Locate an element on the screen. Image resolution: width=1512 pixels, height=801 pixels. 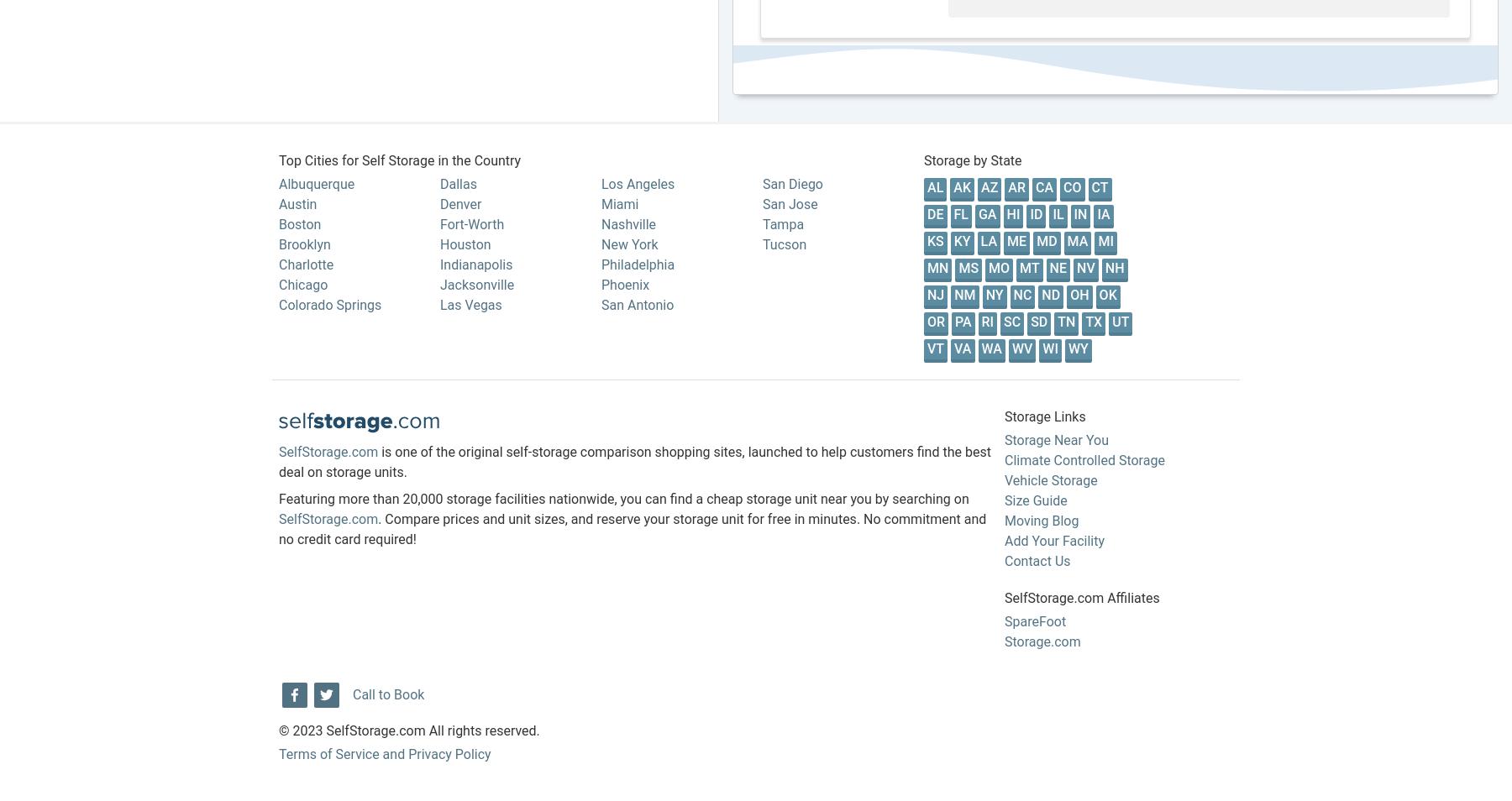
'LA' is located at coordinates (988, 240).